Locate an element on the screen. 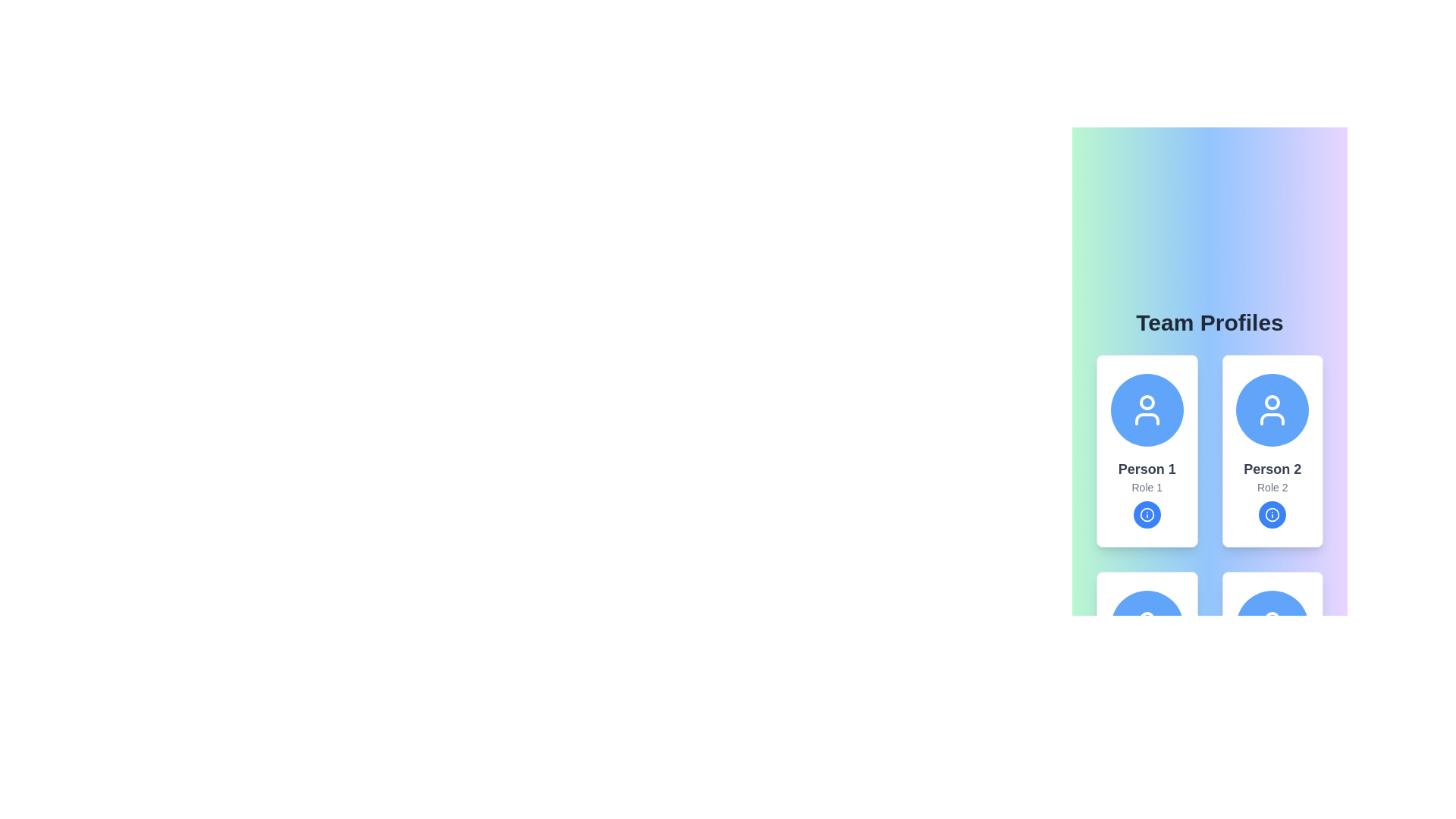 The height and width of the screenshot is (819, 1456). text content of the identifier label for the individual, located in the lower-middle section of the profile card, above 'Role 1' and below the avatar icon is located at coordinates (1147, 468).